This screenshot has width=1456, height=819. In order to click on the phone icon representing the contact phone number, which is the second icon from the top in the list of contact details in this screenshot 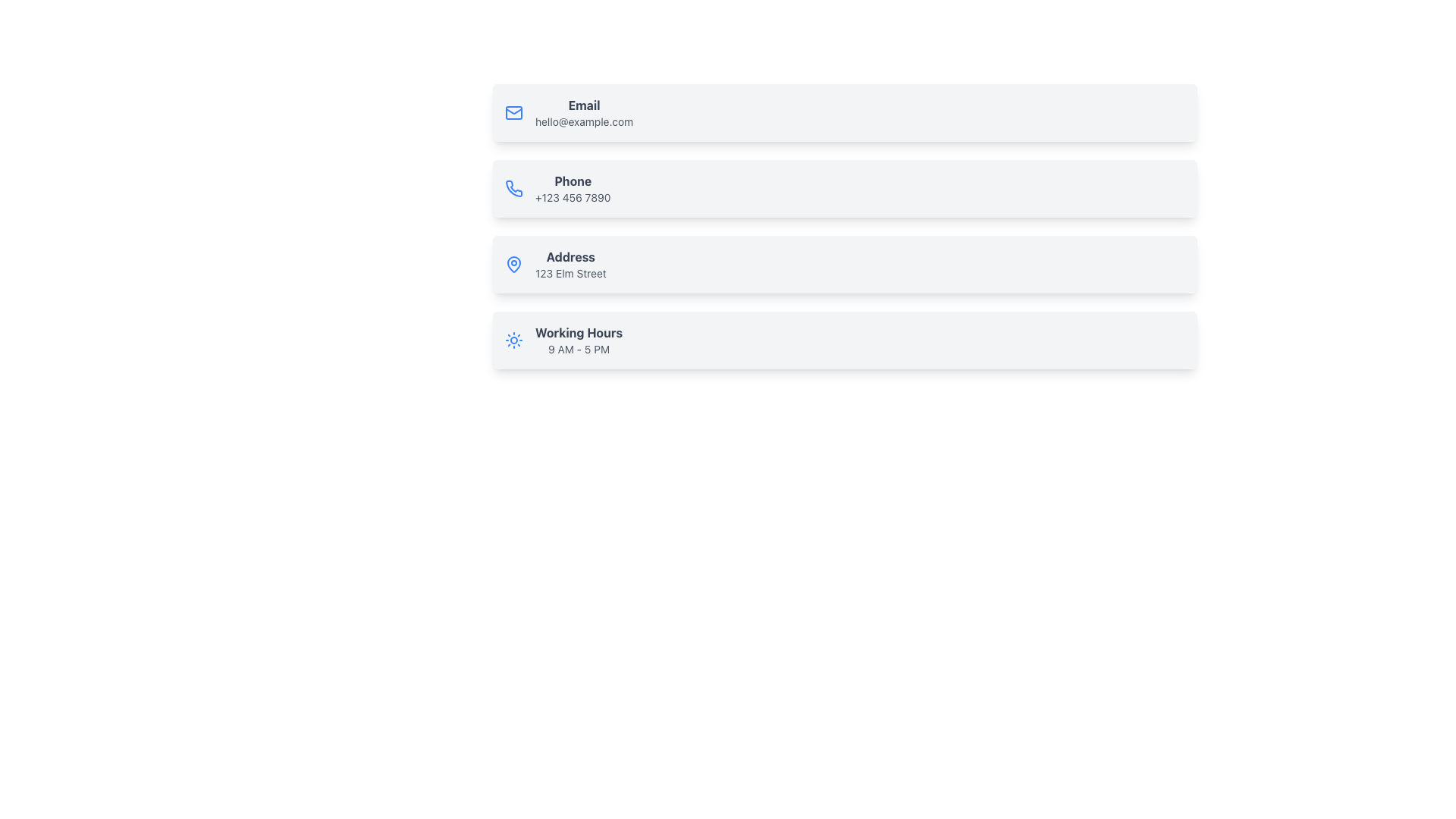, I will do `click(514, 187)`.